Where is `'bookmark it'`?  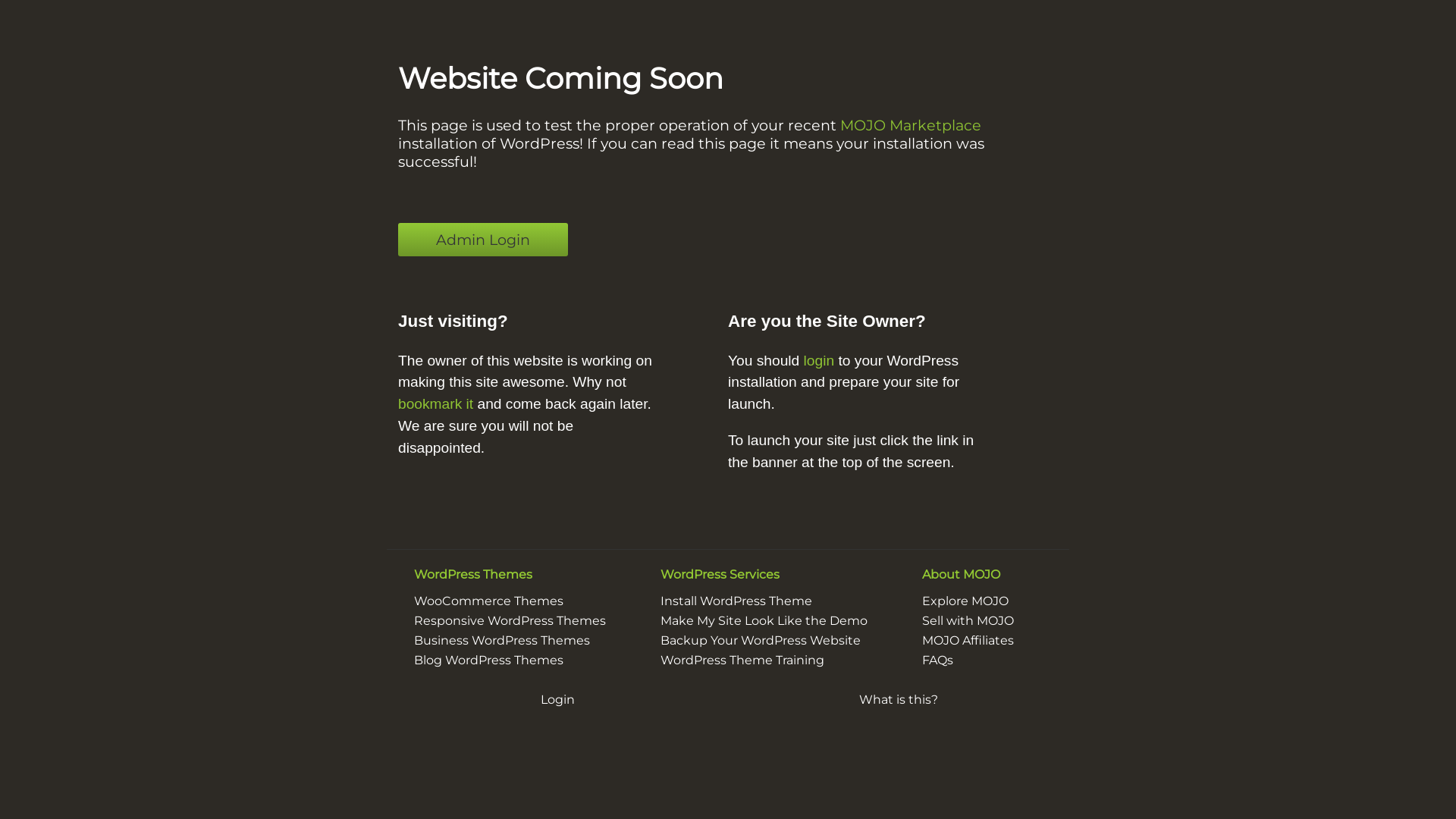
'bookmark it' is located at coordinates (435, 403).